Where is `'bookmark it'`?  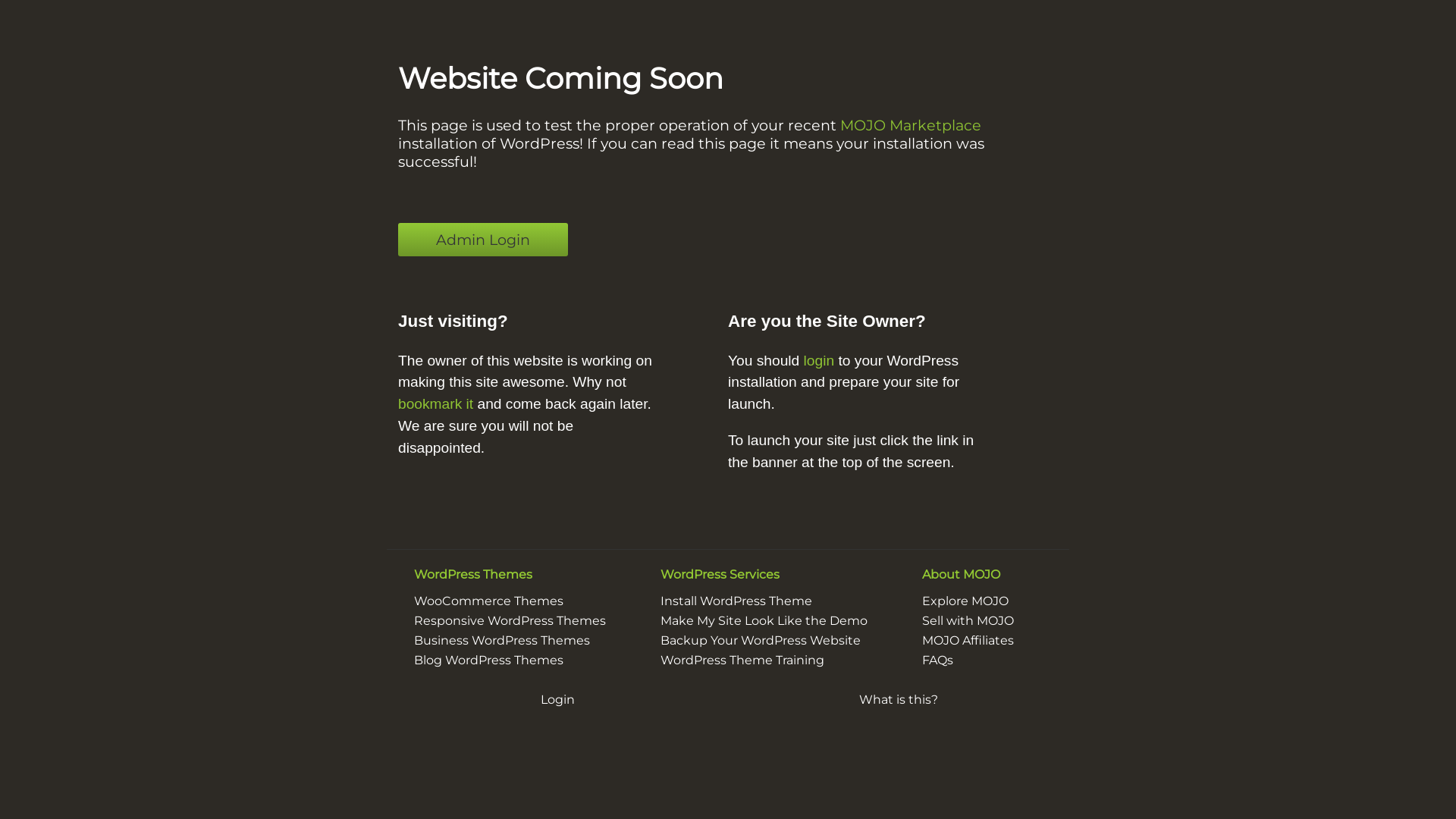
'bookmark it' is located at coordinates (435, 403).